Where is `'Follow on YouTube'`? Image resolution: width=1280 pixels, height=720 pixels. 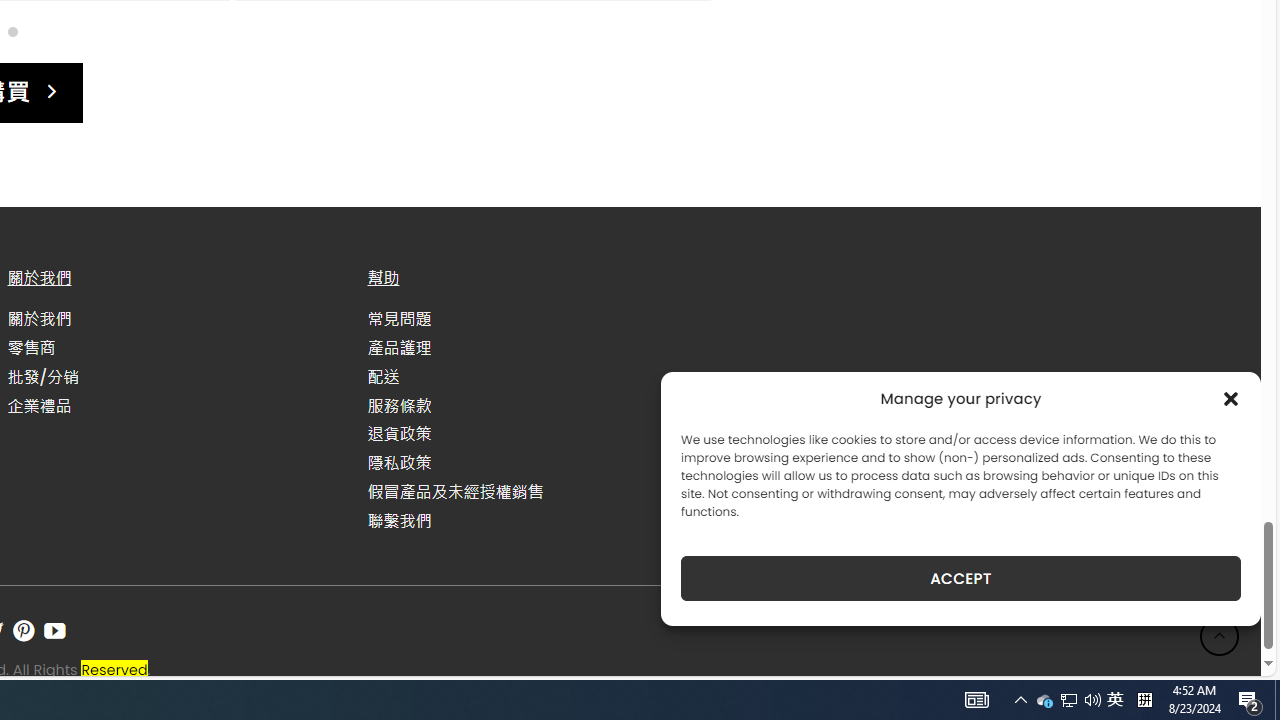
'Follow on YouTube' is located at coordinates (55, 631).